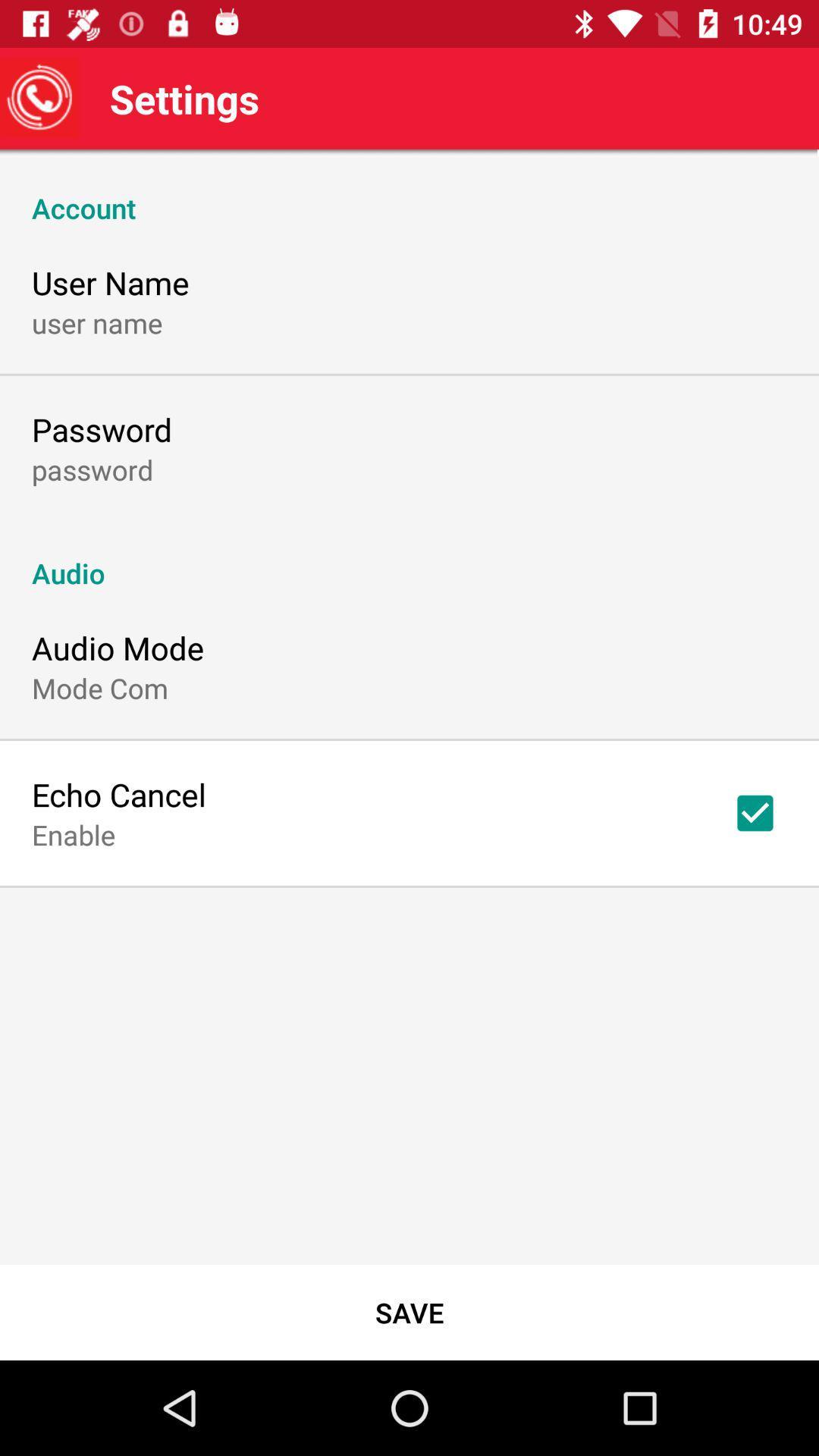  Describe the element at coordinates (409, 1312) in the screenshot. I see `the save icon` at that location.